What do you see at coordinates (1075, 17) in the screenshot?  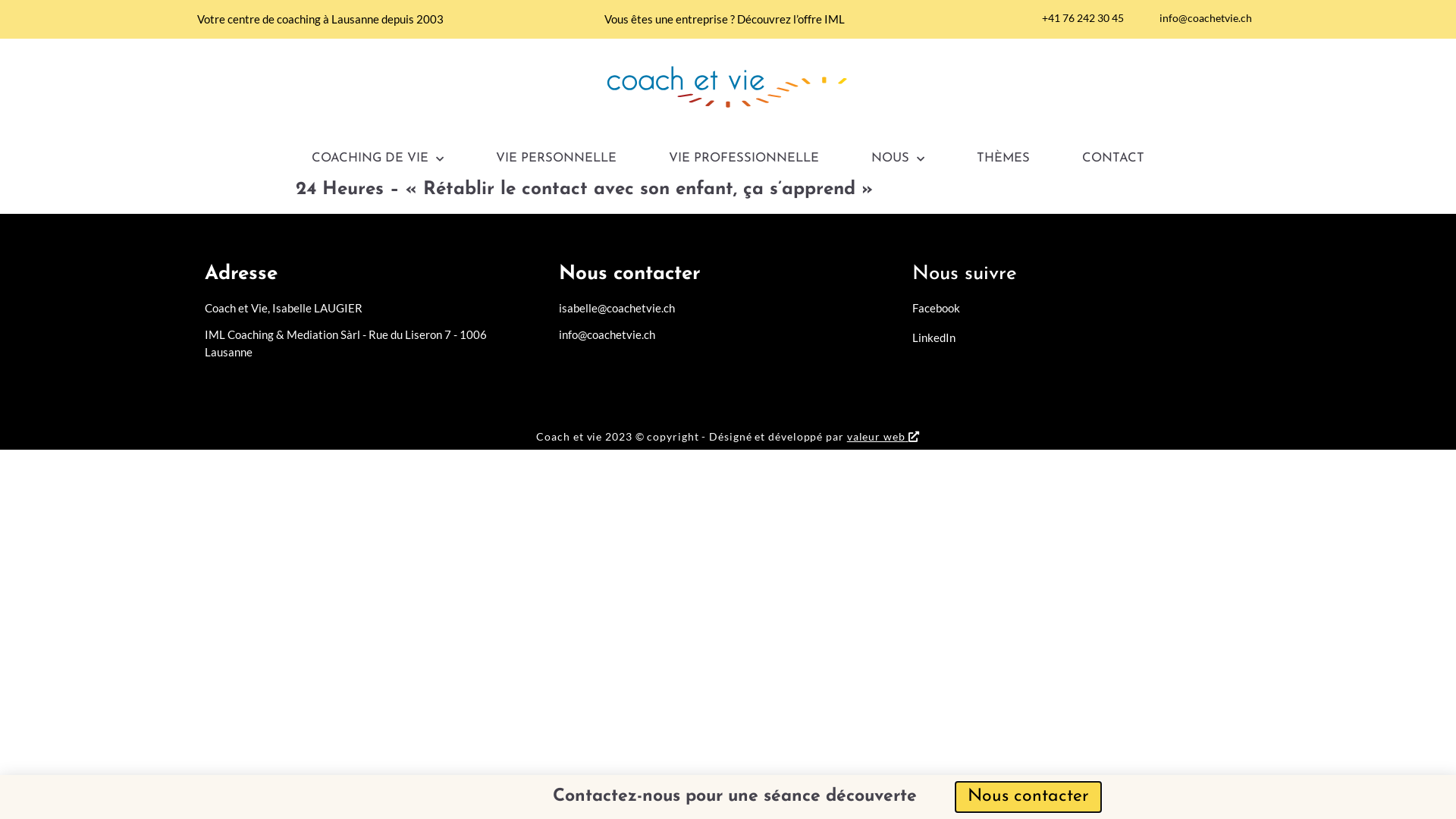 I see `'+41 76 242 30 45'` at bounding box center [1075, 17].